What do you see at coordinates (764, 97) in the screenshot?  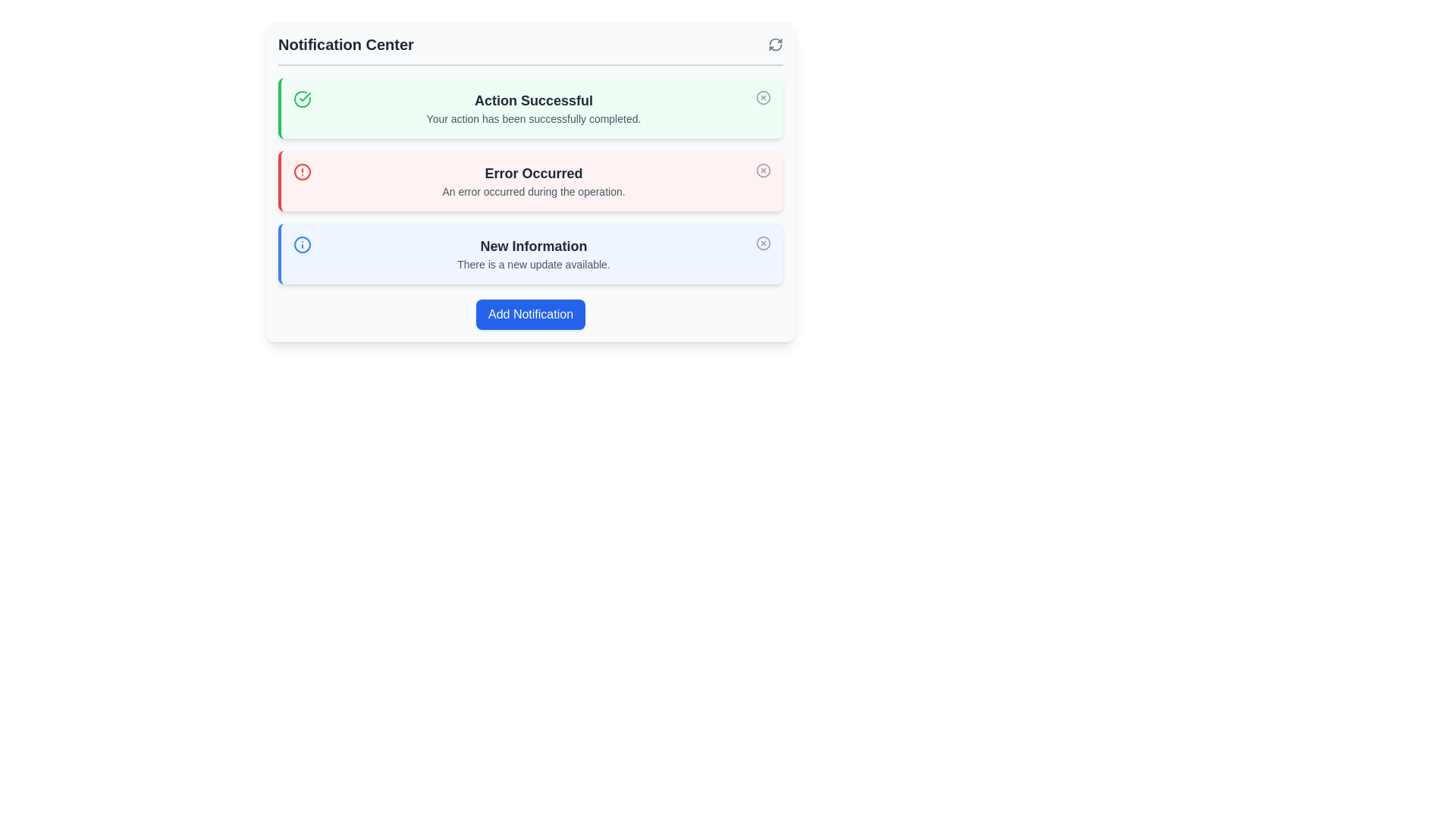 I see `the close button located in the top-right corner of the 'Action Successful' notification` at bounding box center [764, 97].